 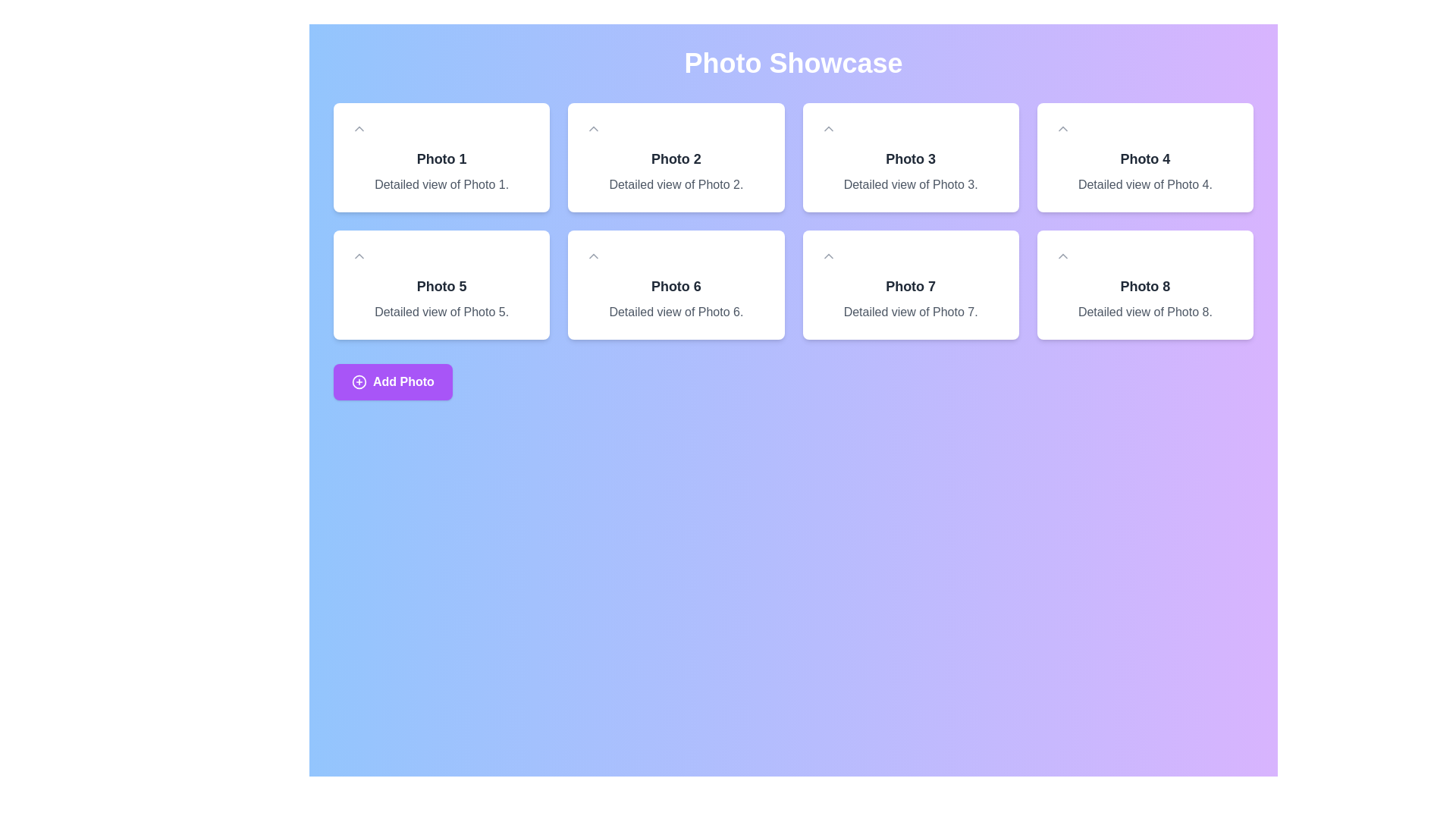 I want to click on text label that serves as the title for the content of the card, located in the lower-right corner of the interface, specifically in the last card on the second row of a grid layout, so click(x=1145, y=287).